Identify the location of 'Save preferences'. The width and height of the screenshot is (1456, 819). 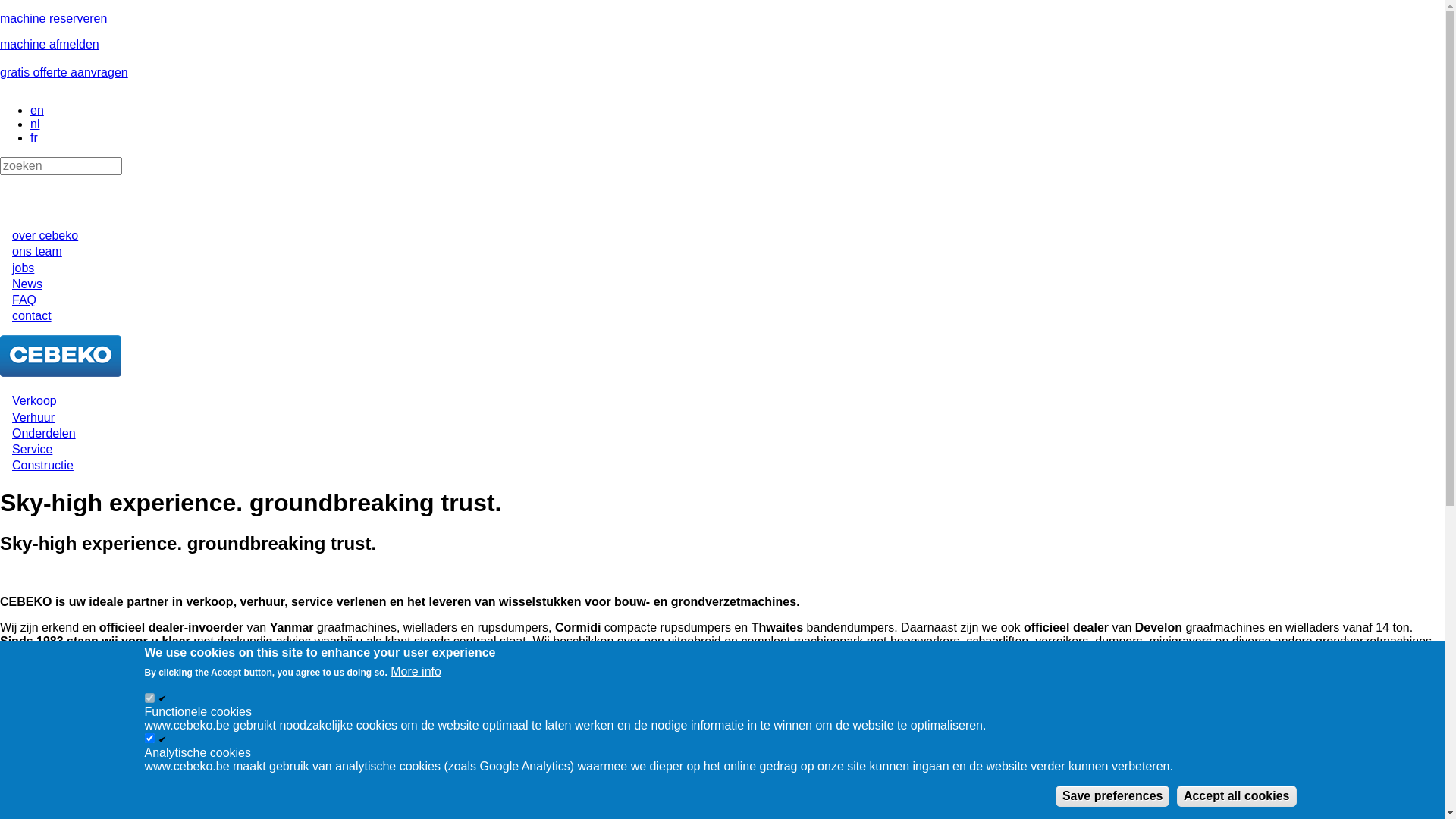
(1112, 795).